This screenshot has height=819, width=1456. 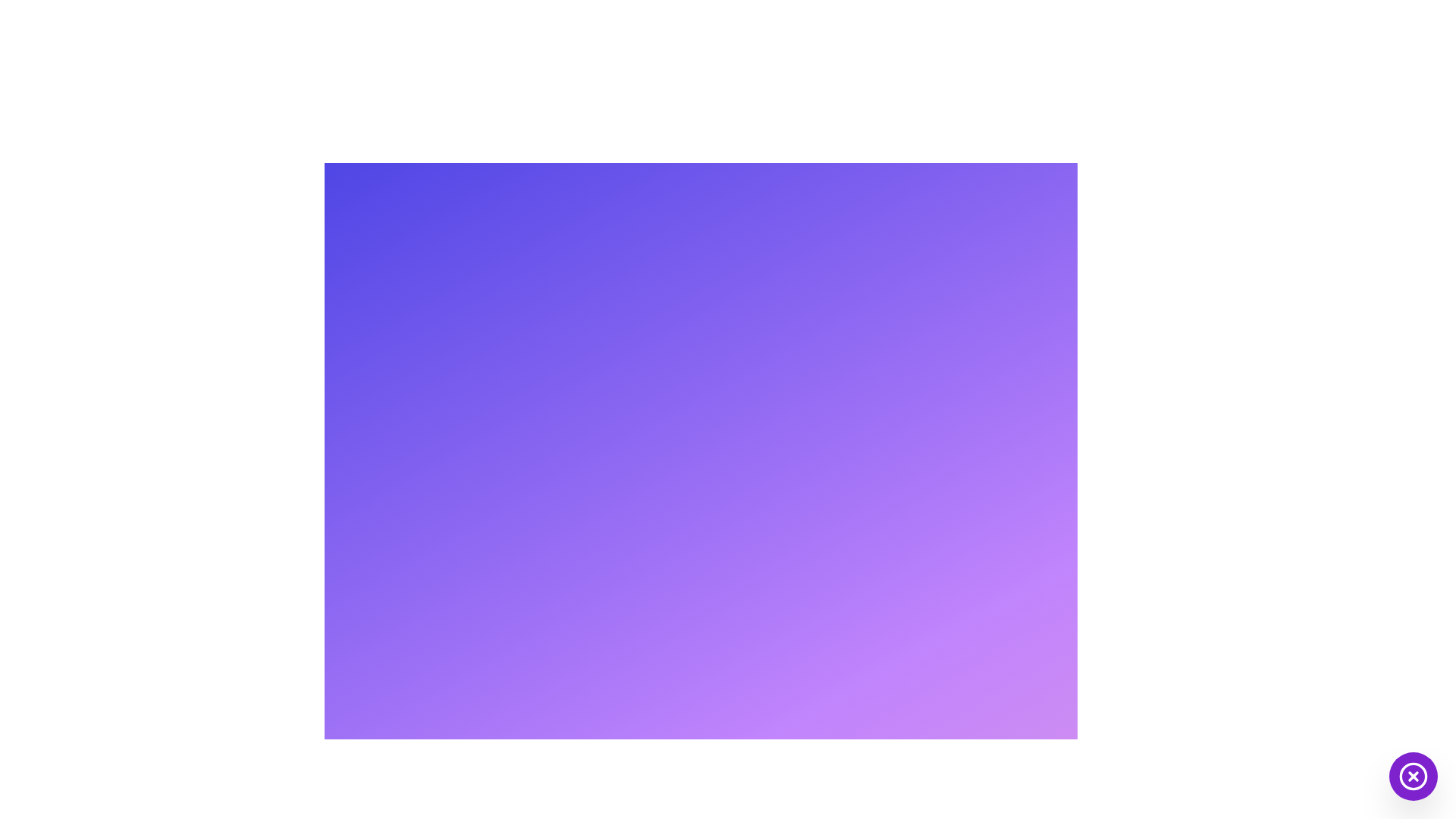 What do you see at coordinates (1412, 776) in the screenshot?
I see `the button located at the bottom-right corner of the interface to observe its hover effect, which changes its appearance slightly upon interaction` at bounding box center [1412, 776].